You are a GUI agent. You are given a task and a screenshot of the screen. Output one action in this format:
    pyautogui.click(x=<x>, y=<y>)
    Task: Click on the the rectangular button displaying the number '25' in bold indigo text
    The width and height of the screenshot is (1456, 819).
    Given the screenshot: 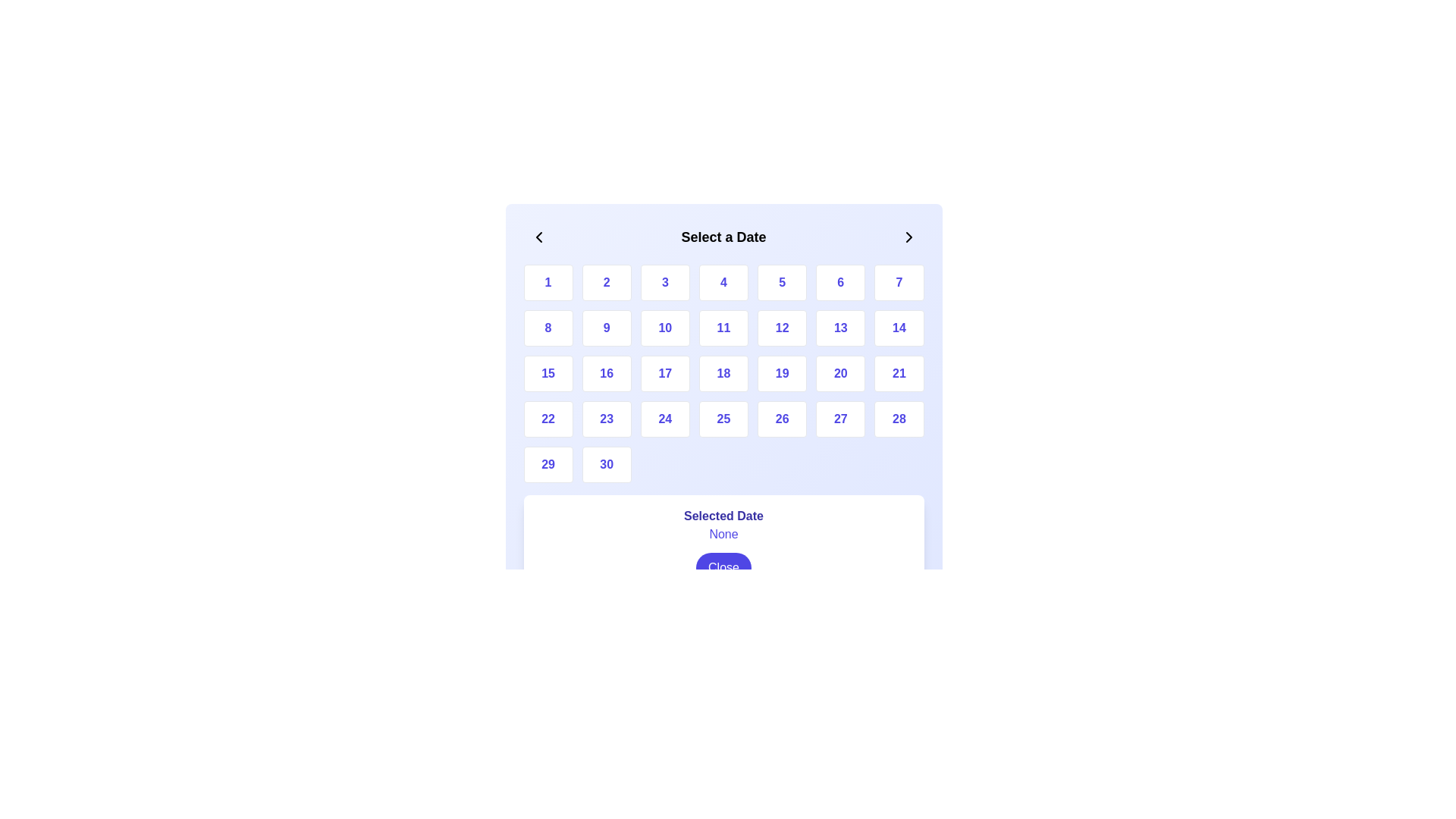 What is the action you would take?
    pyautogui.click(x=723, y=419)
    